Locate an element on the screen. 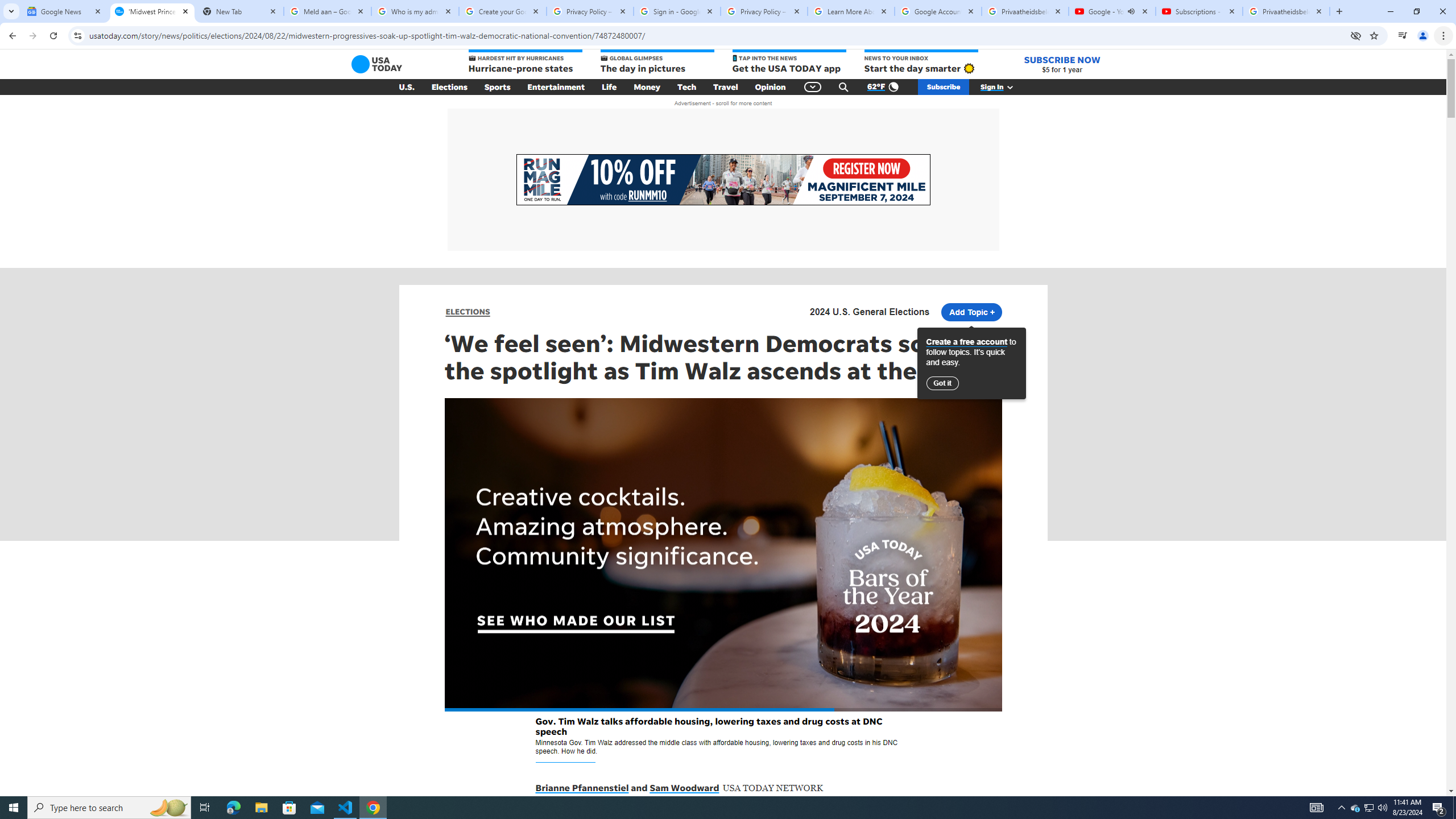 The image size is (1456, 819). 'Restore' is located at coordinates (1416, 11).